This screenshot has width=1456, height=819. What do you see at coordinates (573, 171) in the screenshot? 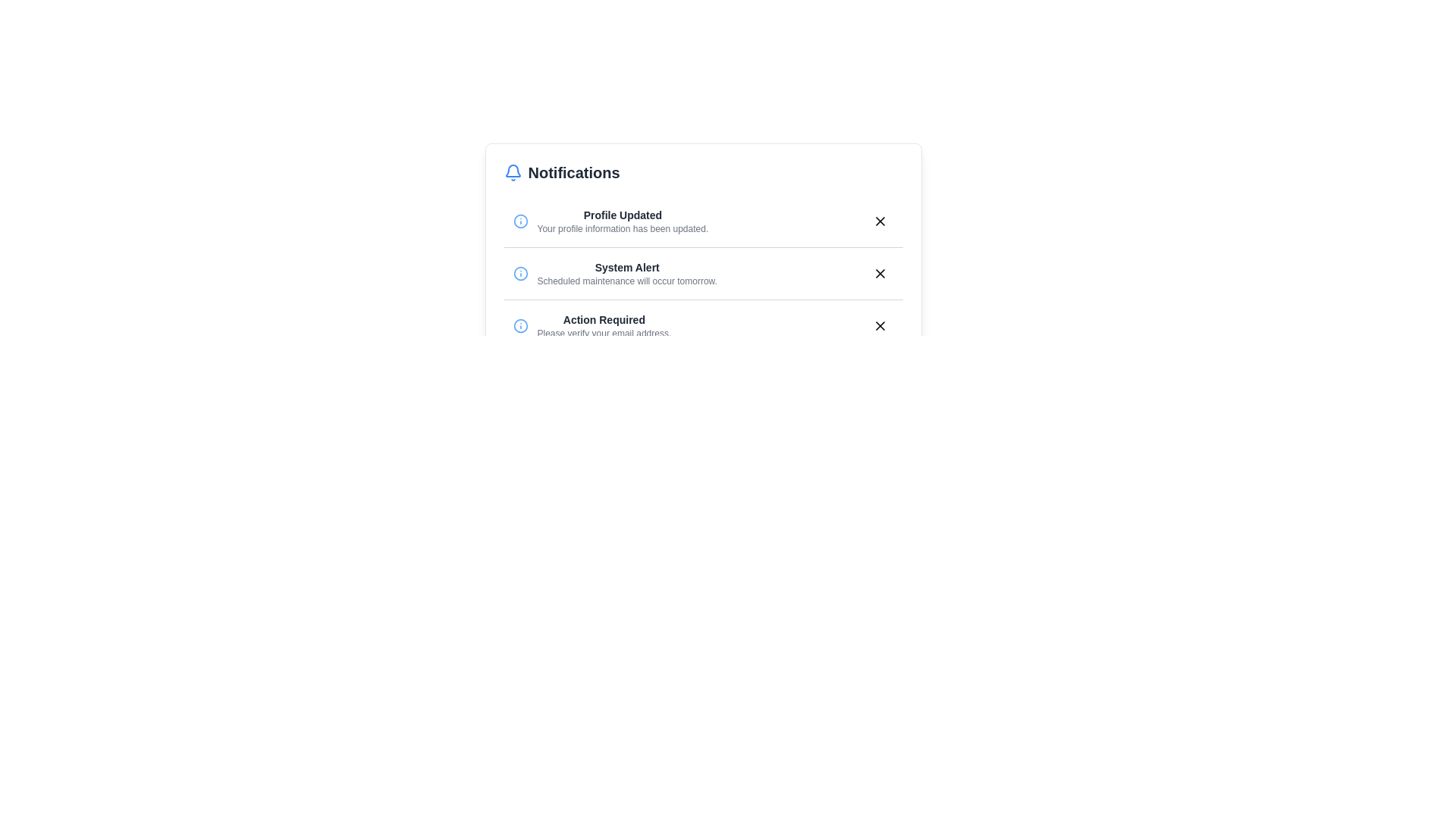
I see `the Text Label that serves as the title for the notifications section, located in the top-left portion of the notification panel, adjacent to the bell icon` at bounding box center [573, 171].